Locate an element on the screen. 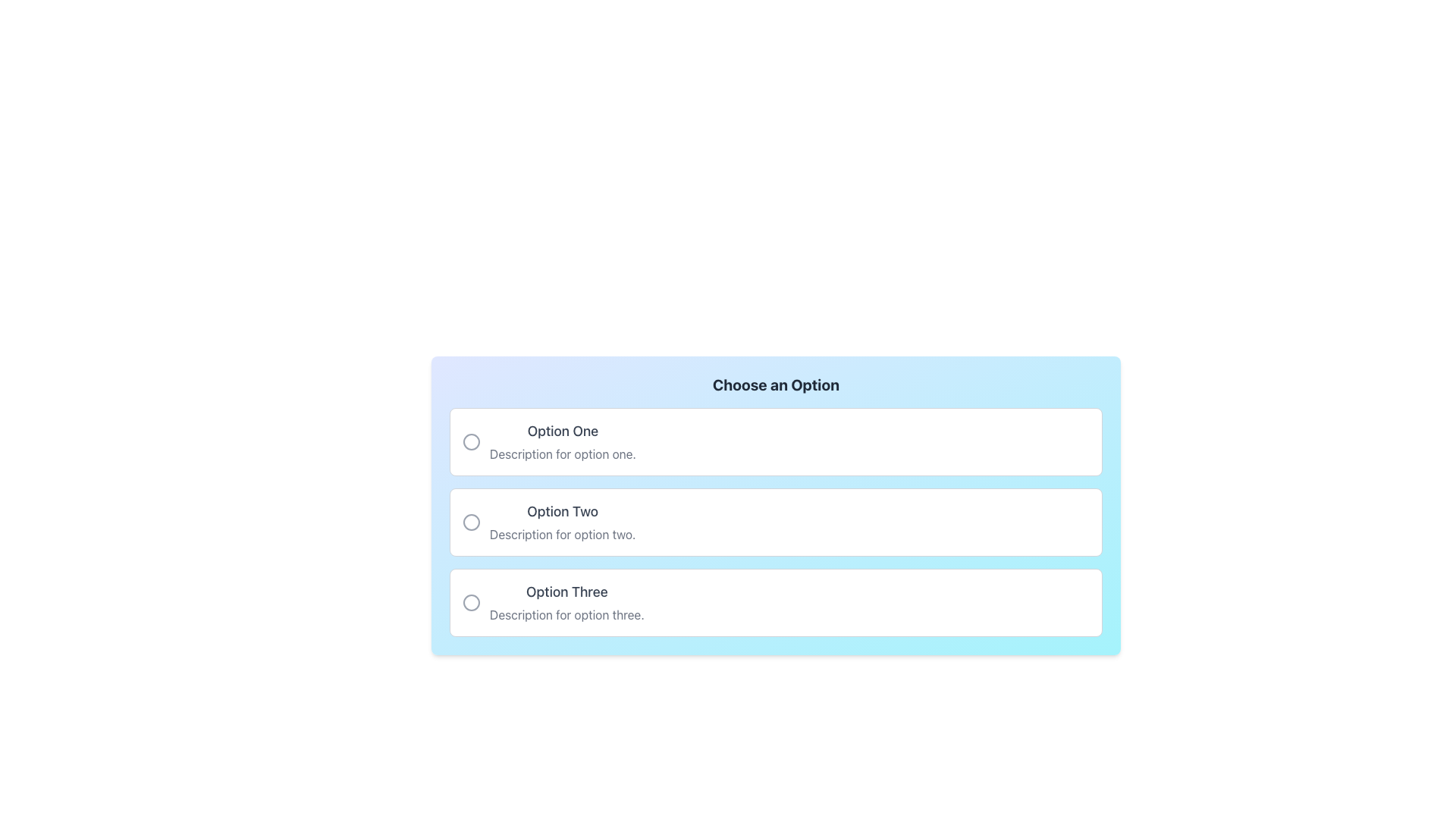 This screenshot has width=1456, height=819. the circular graphical component of the radio button associated with the third option in the vertical list for potential visual feedback is located at coordinates (471, 601).